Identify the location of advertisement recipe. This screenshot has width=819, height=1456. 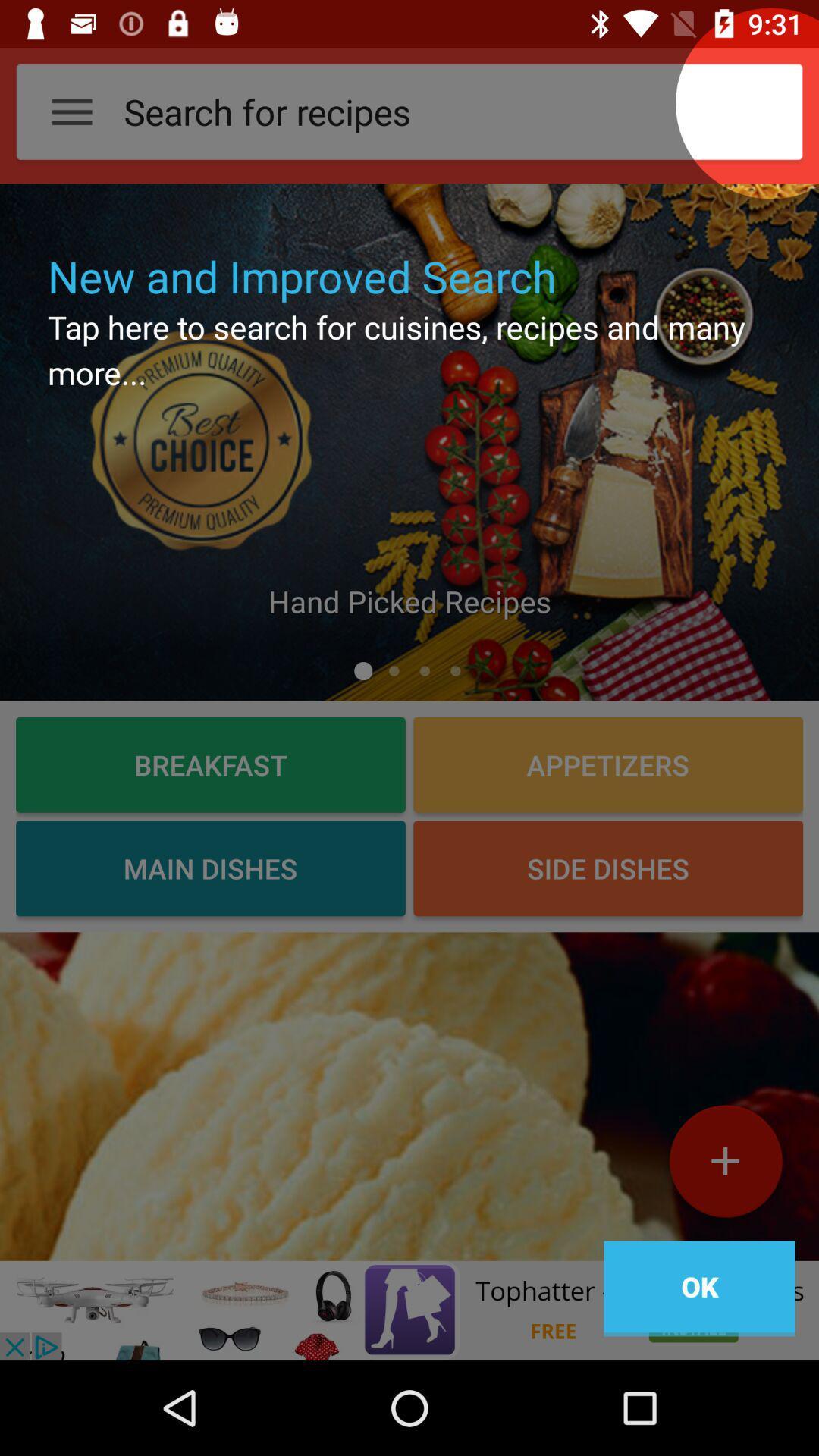
(409, 1096).